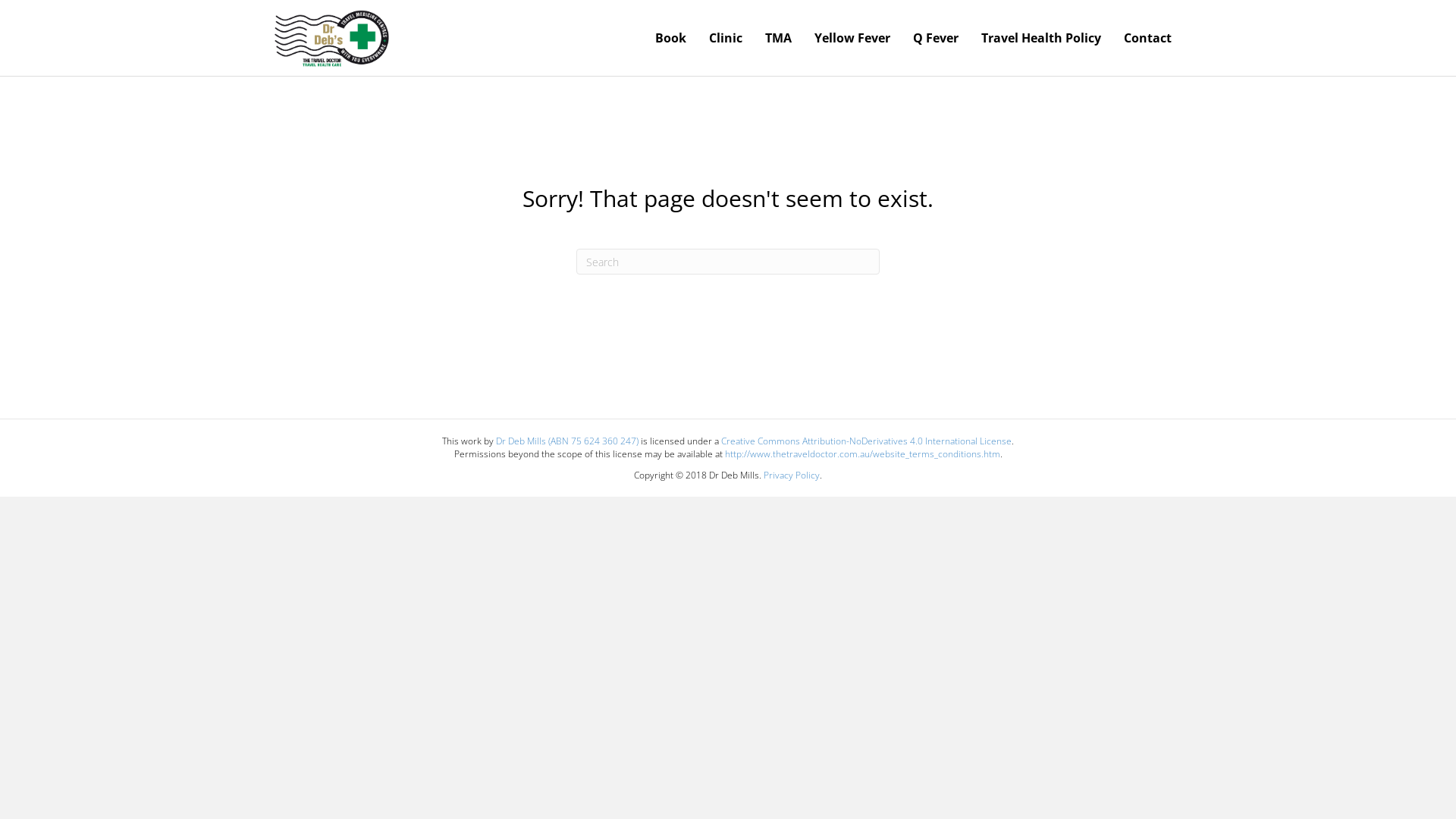  Describe the element at coordinates (728, 260) in the screenshot. I see `'Type and press Enter to search.'` at that location.